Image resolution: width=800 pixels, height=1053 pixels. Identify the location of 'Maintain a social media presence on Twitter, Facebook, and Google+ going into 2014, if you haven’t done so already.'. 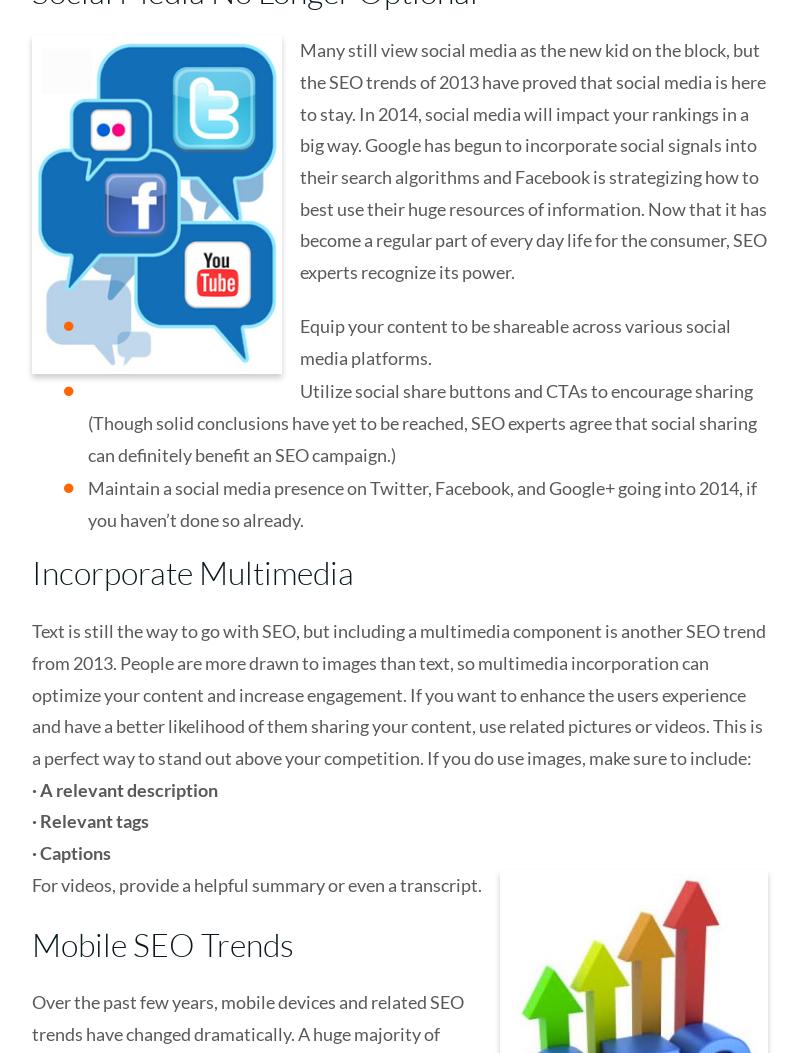
(422, 503).